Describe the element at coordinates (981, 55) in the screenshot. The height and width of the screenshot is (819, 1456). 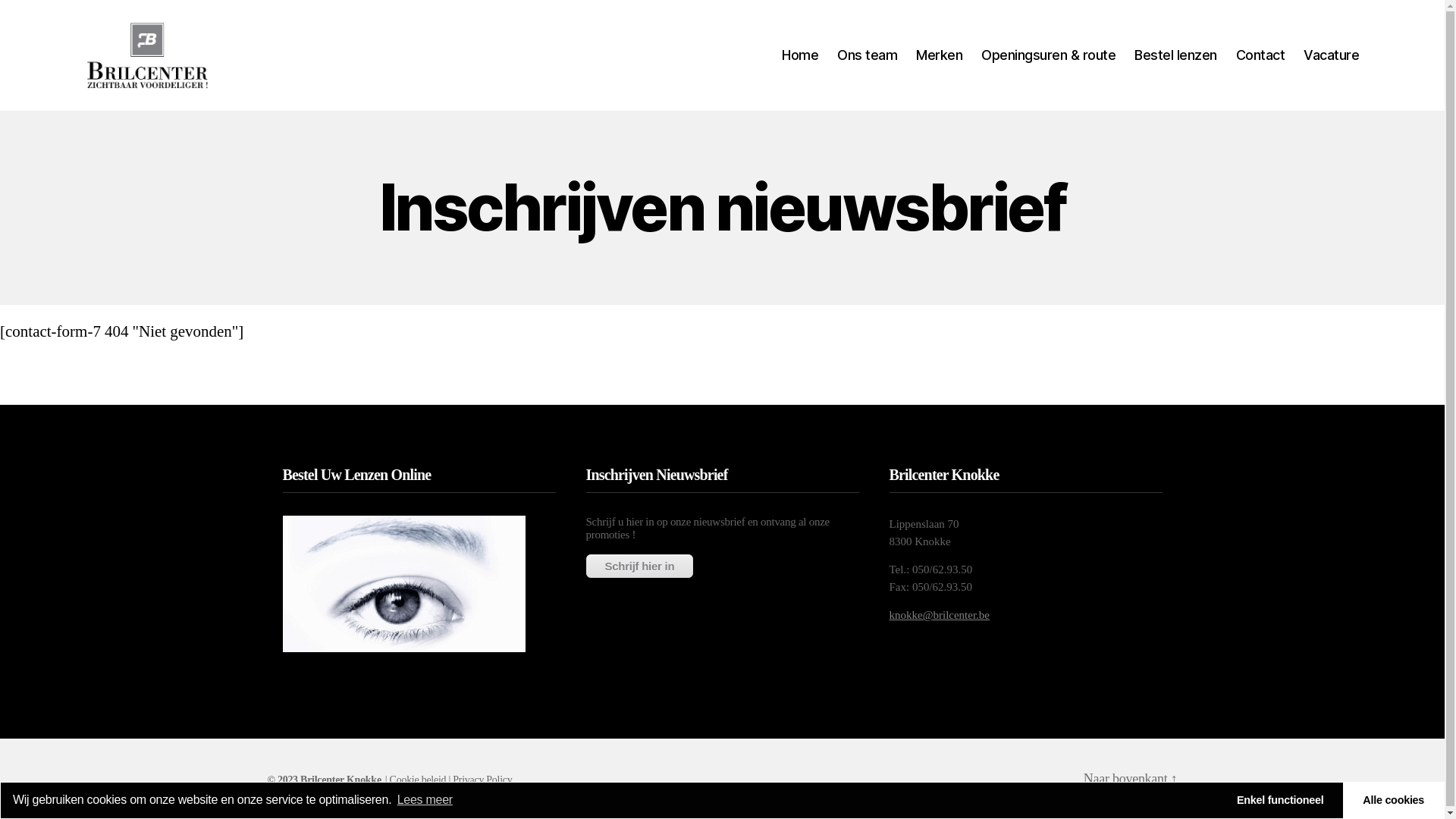
I see `'Openingsuren & route'` at that location.